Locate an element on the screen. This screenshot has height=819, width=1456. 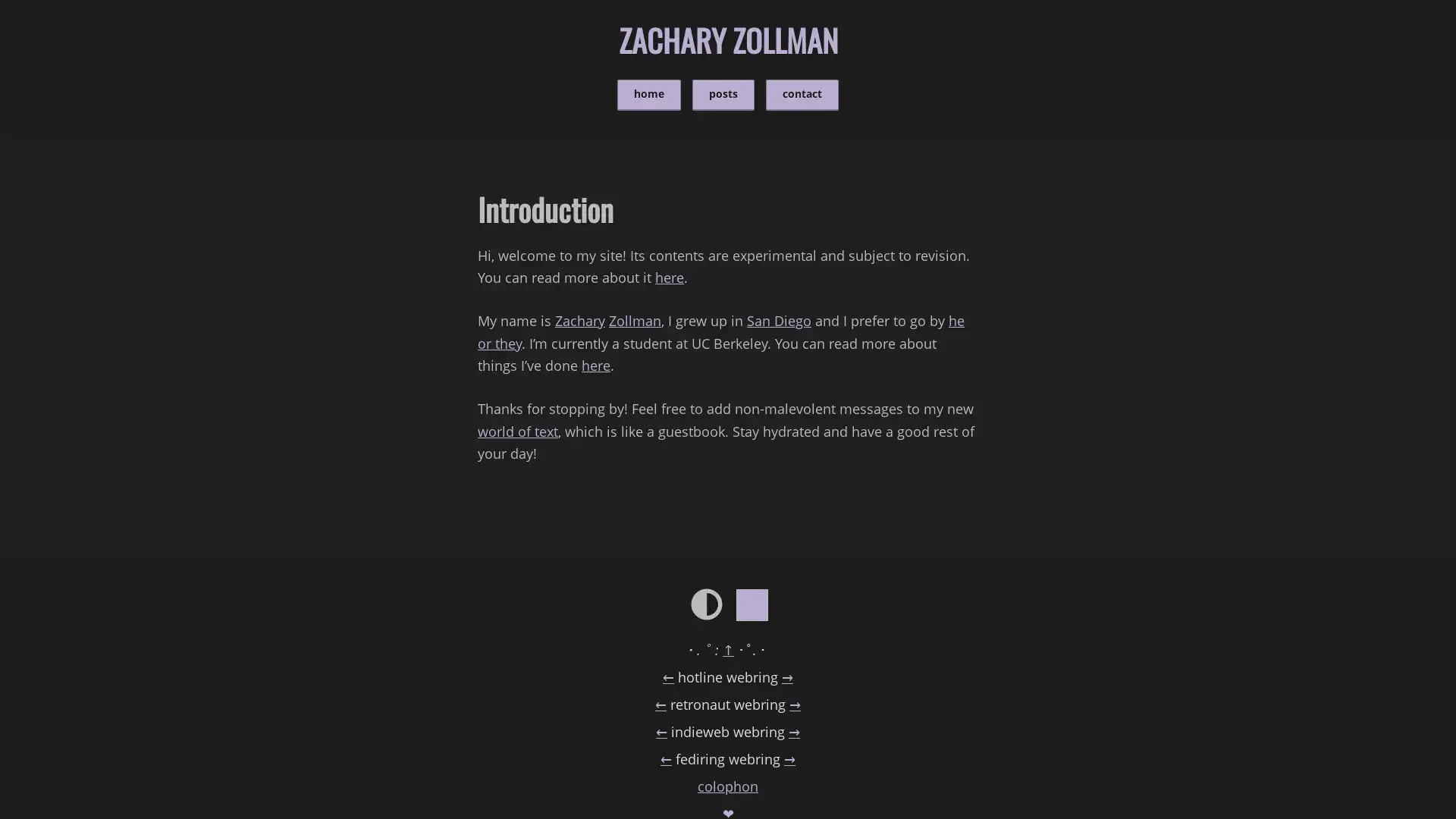
Change to light/dark mode. is located at coordinates (705, 604).